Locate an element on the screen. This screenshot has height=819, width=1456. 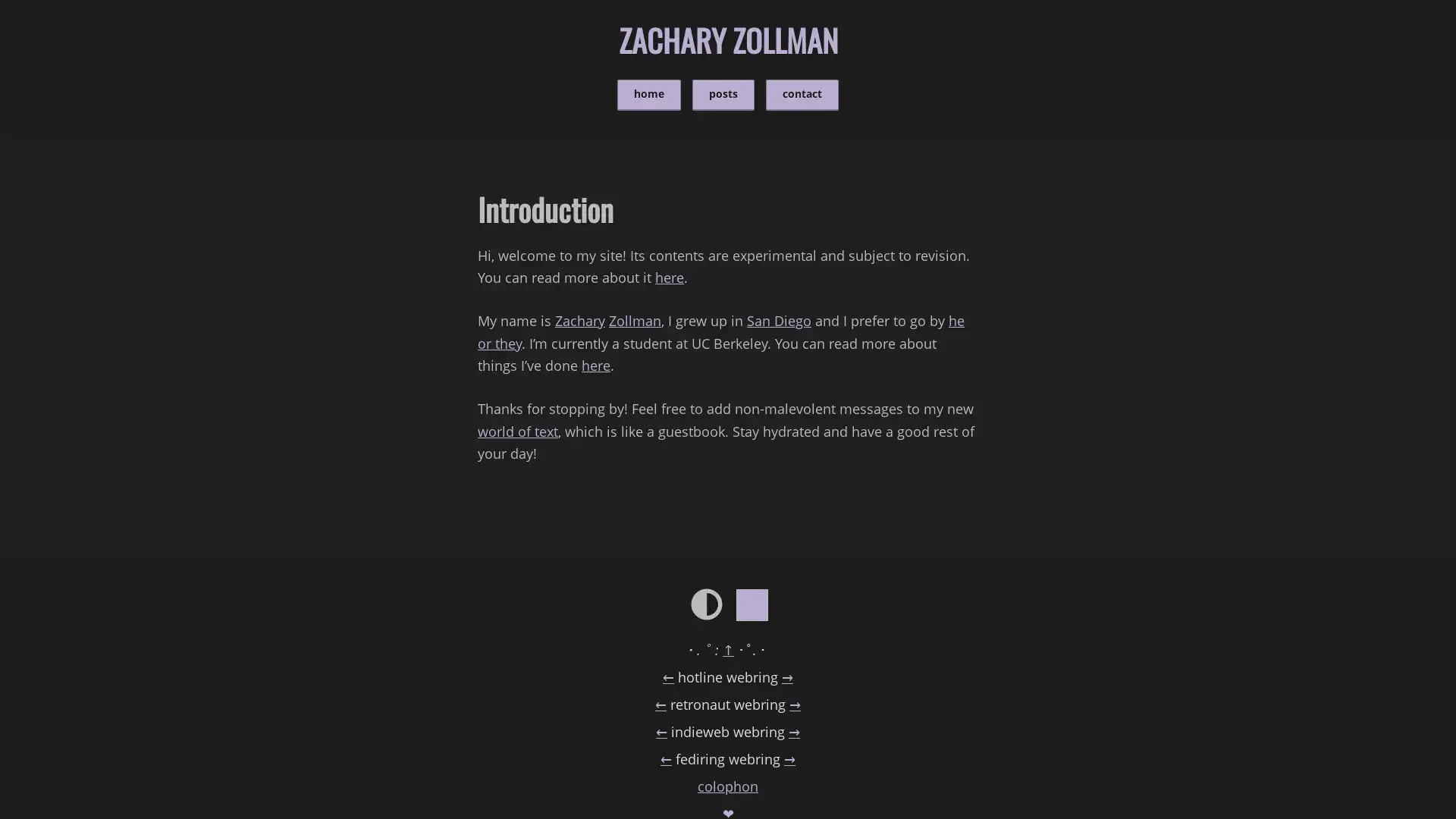
Change to light/dark mode. is located at coordinates (705, 604).